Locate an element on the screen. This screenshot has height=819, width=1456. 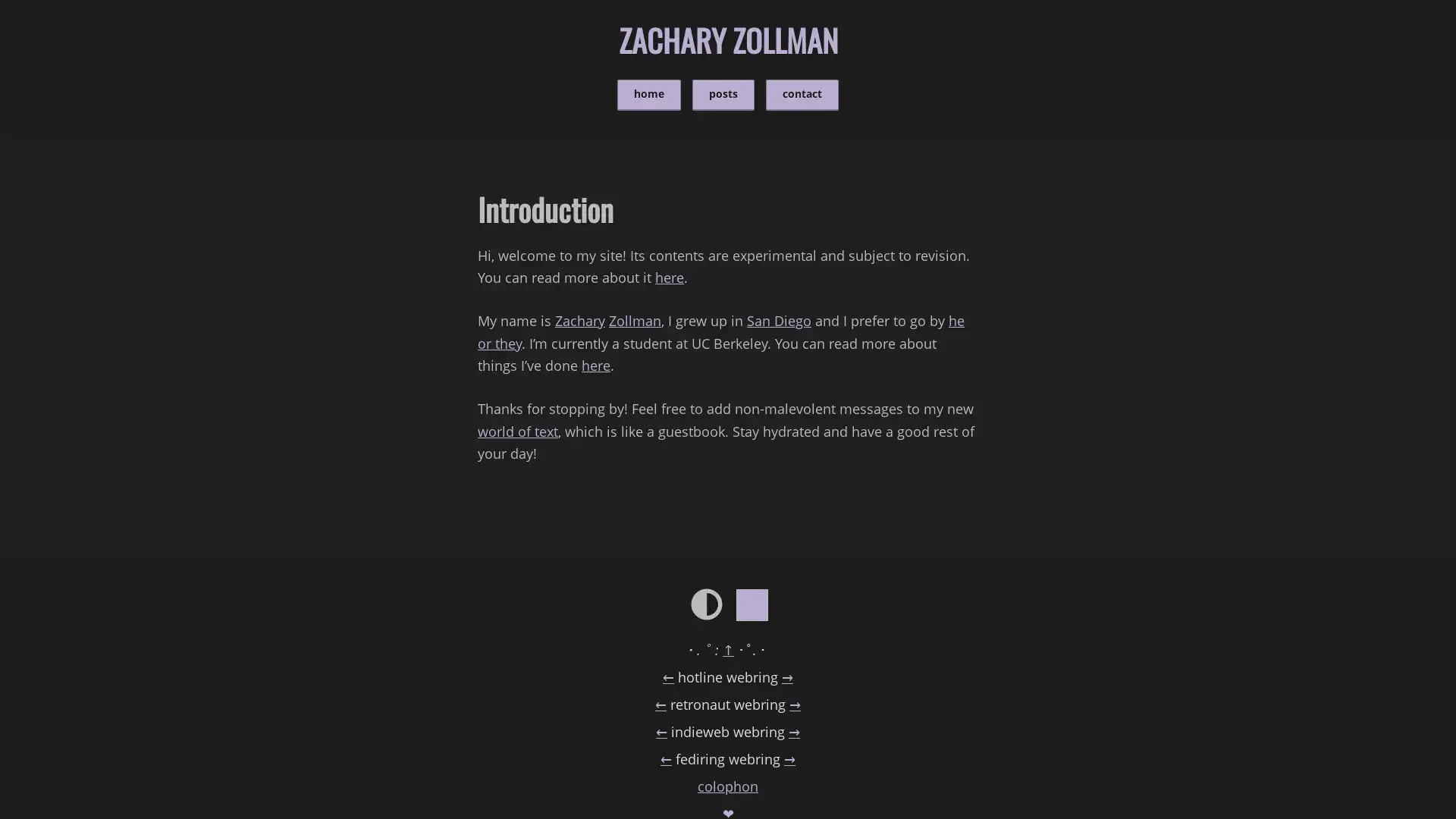
Change to light/dark mode. is located at coordinates (705, 604).